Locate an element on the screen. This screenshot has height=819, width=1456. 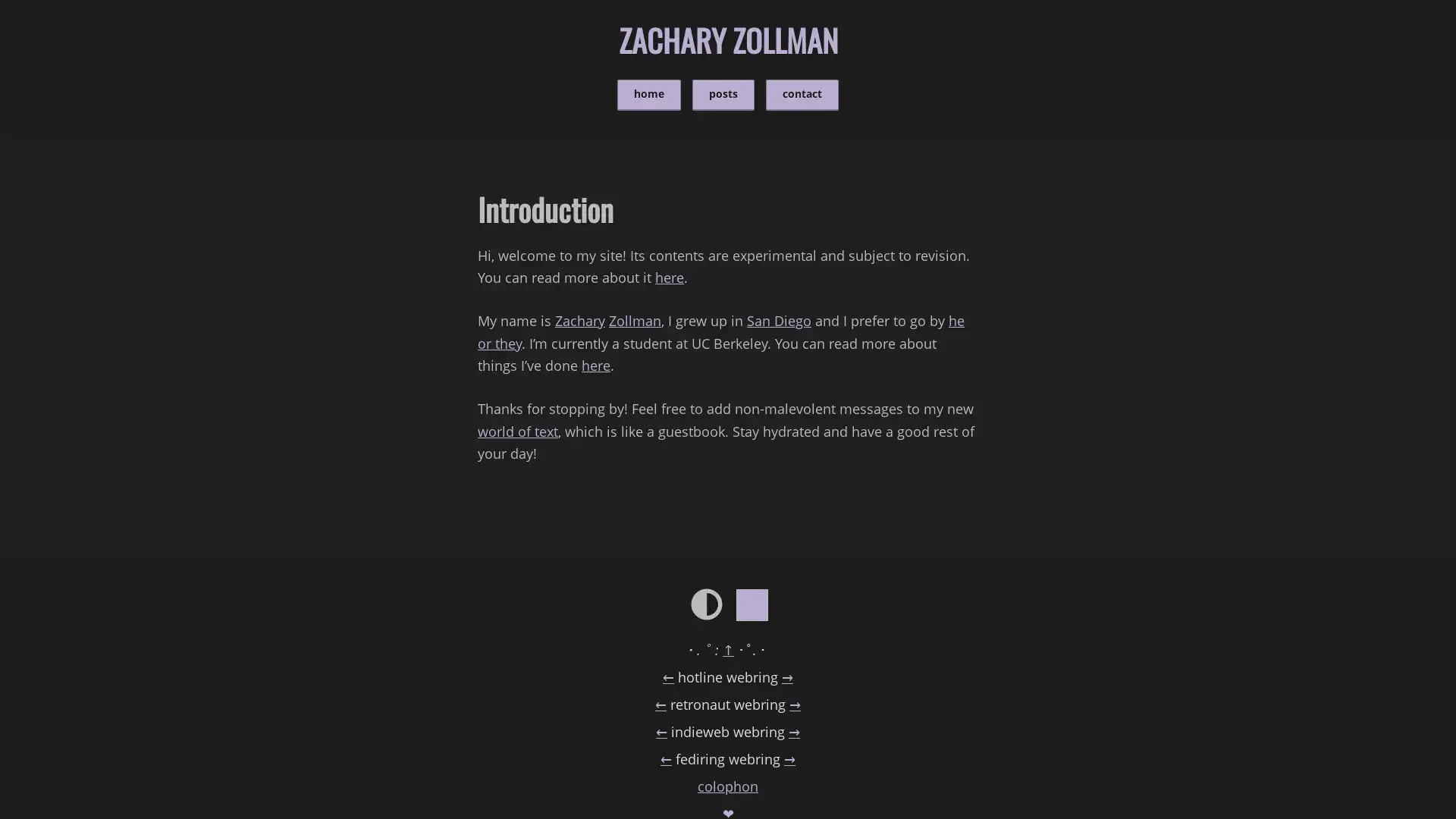
Change to light/dark mode. is located at coordinates (705, 604).